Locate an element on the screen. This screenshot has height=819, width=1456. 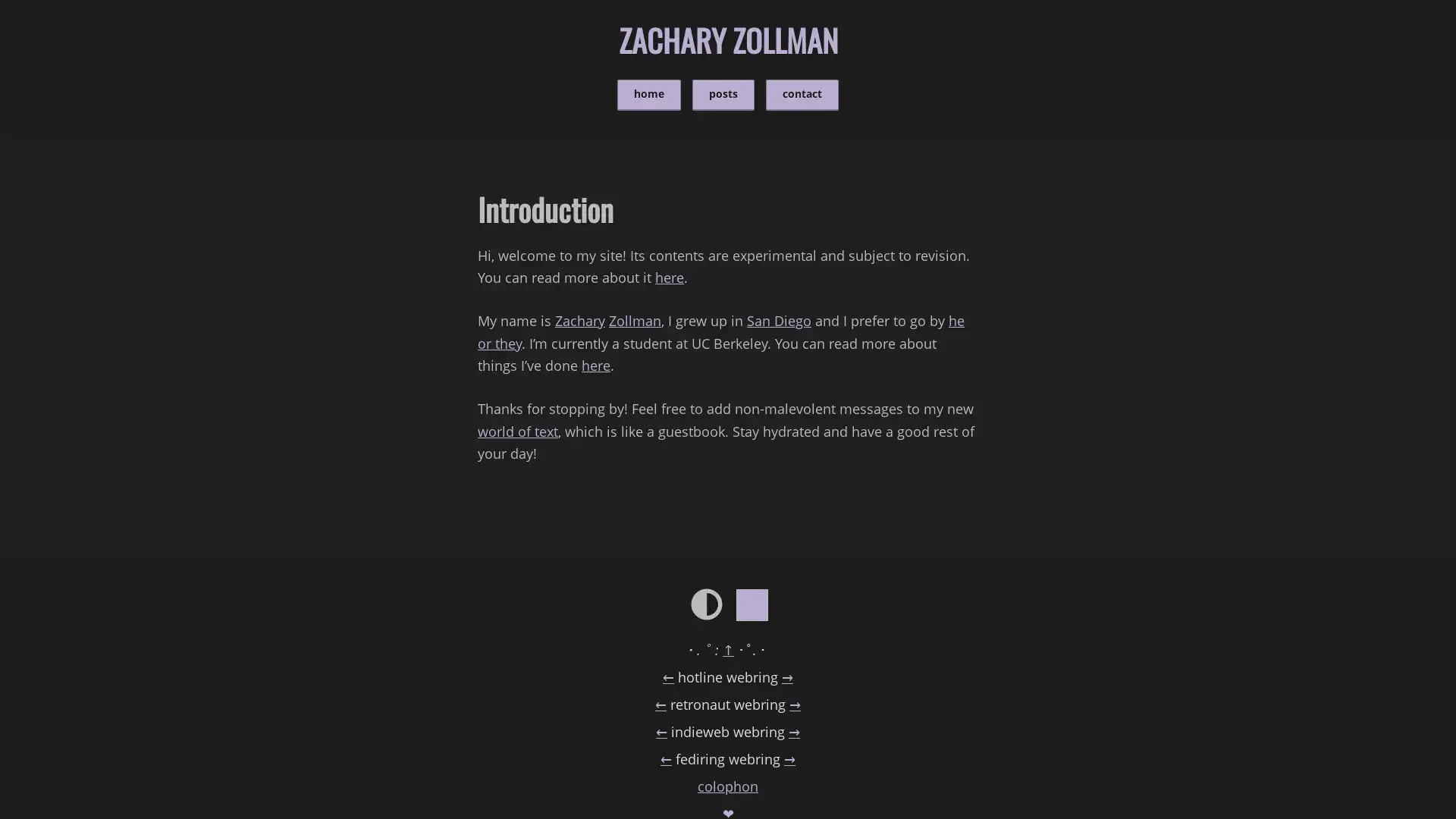
Change to light/dark mode. is located at coordinates (705, 604).